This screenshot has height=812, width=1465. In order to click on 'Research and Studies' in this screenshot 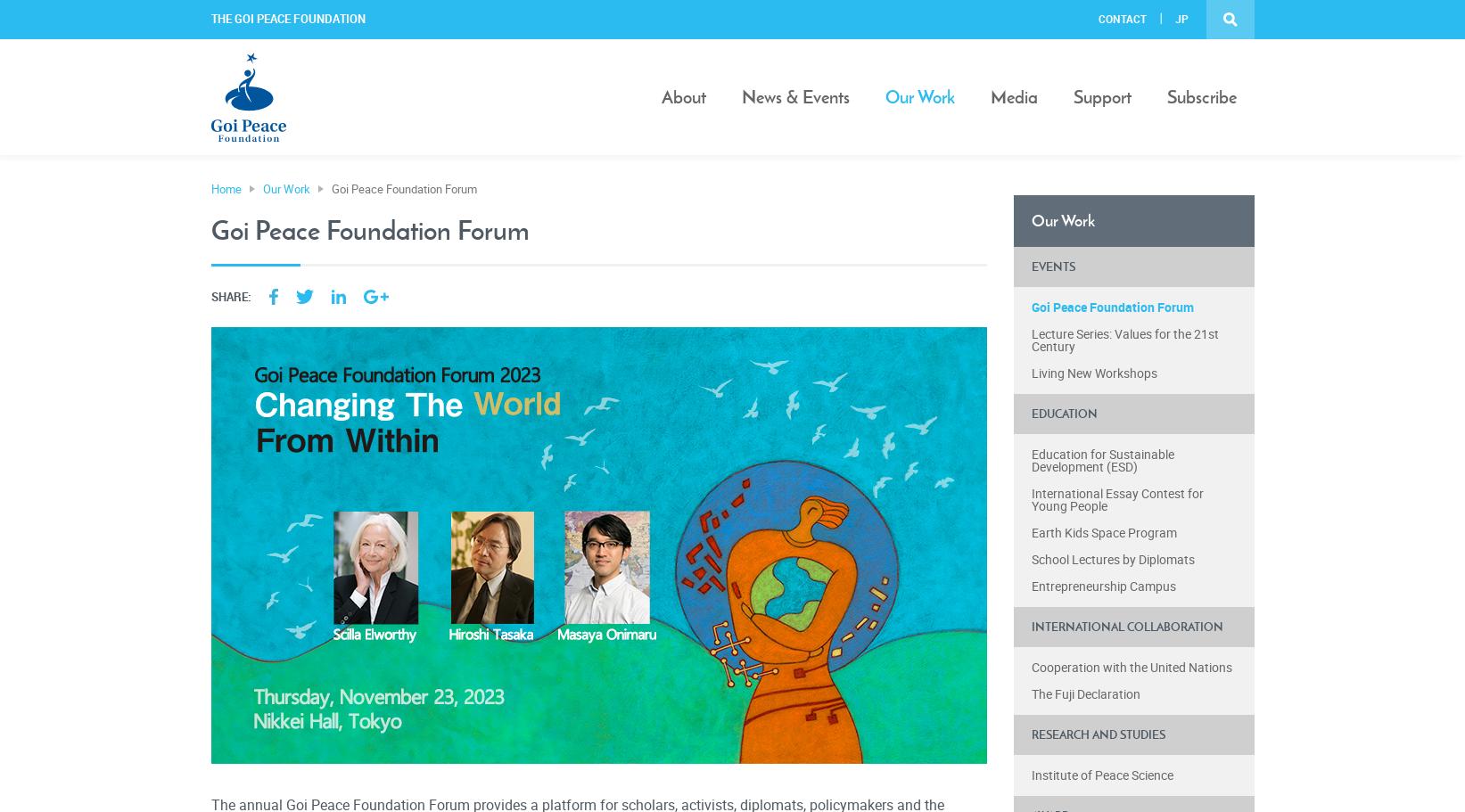, I will do `click(1096, 734)`.